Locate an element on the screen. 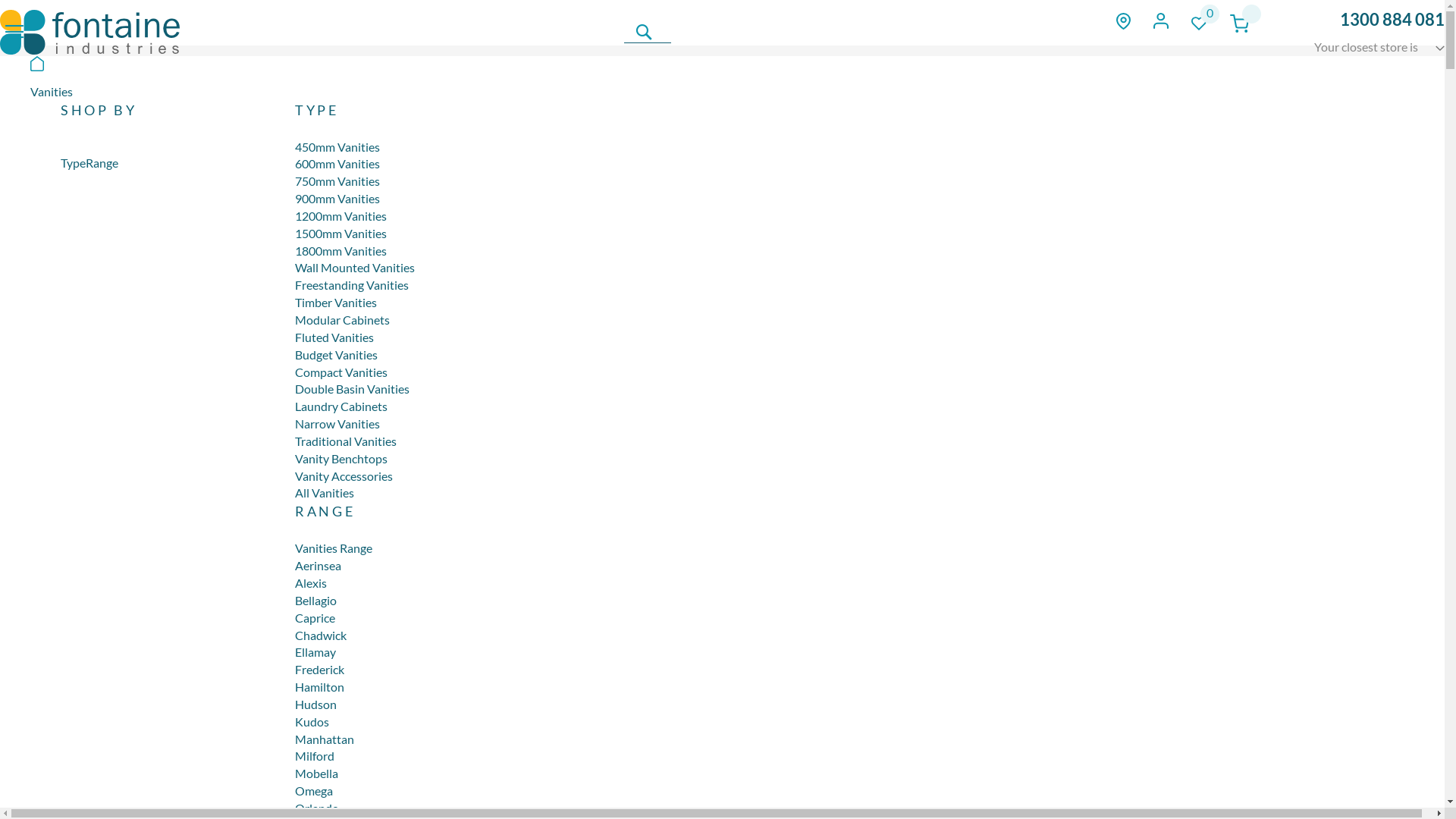 The width and height of the screenshot is (1456, 819). 'Hamilton' is located at coordinates (318, 686).